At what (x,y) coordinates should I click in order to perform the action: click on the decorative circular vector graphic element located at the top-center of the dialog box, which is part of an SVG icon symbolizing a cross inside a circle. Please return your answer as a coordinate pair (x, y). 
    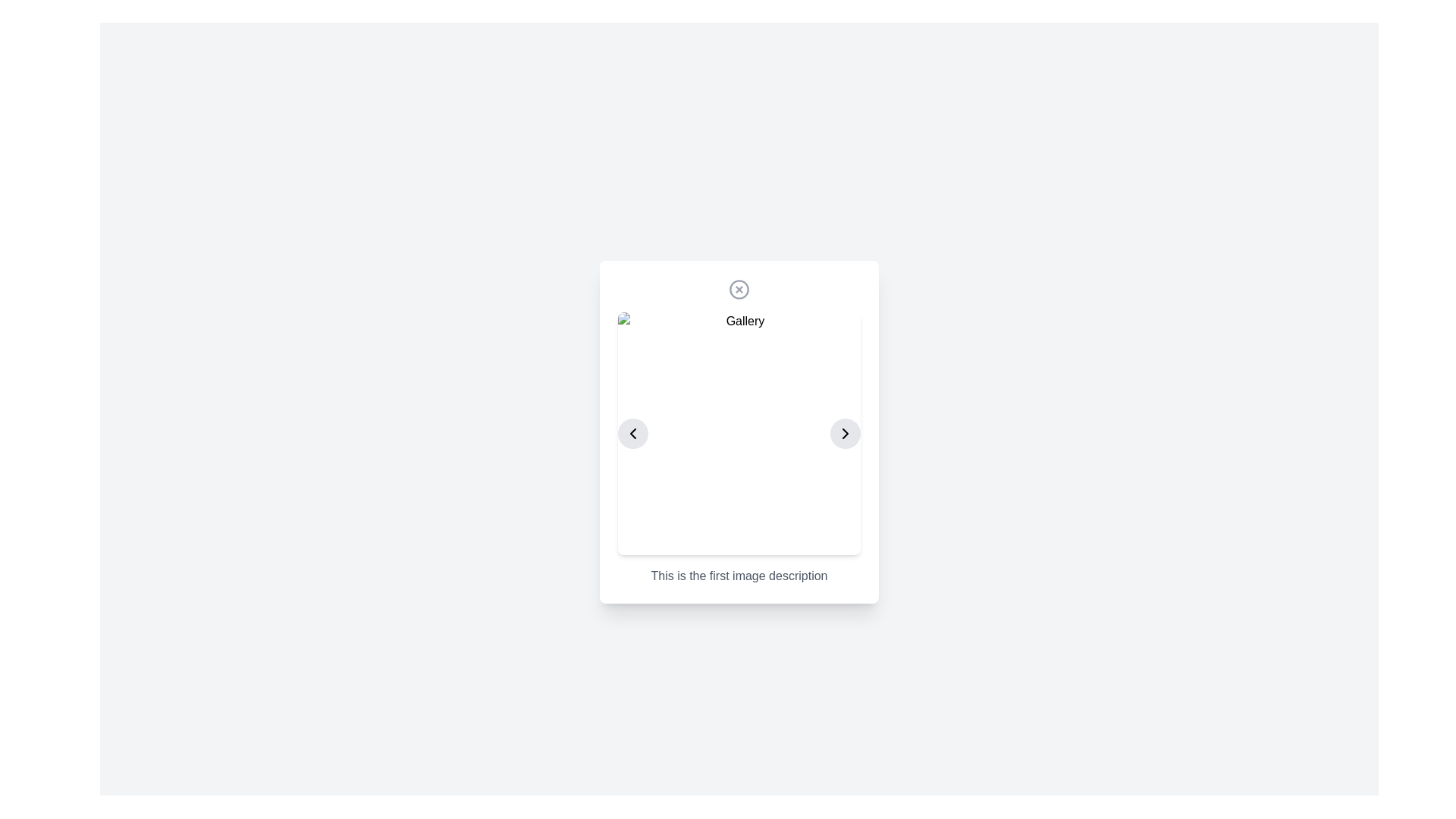
    Looking at the image, I should click on (739, 289).